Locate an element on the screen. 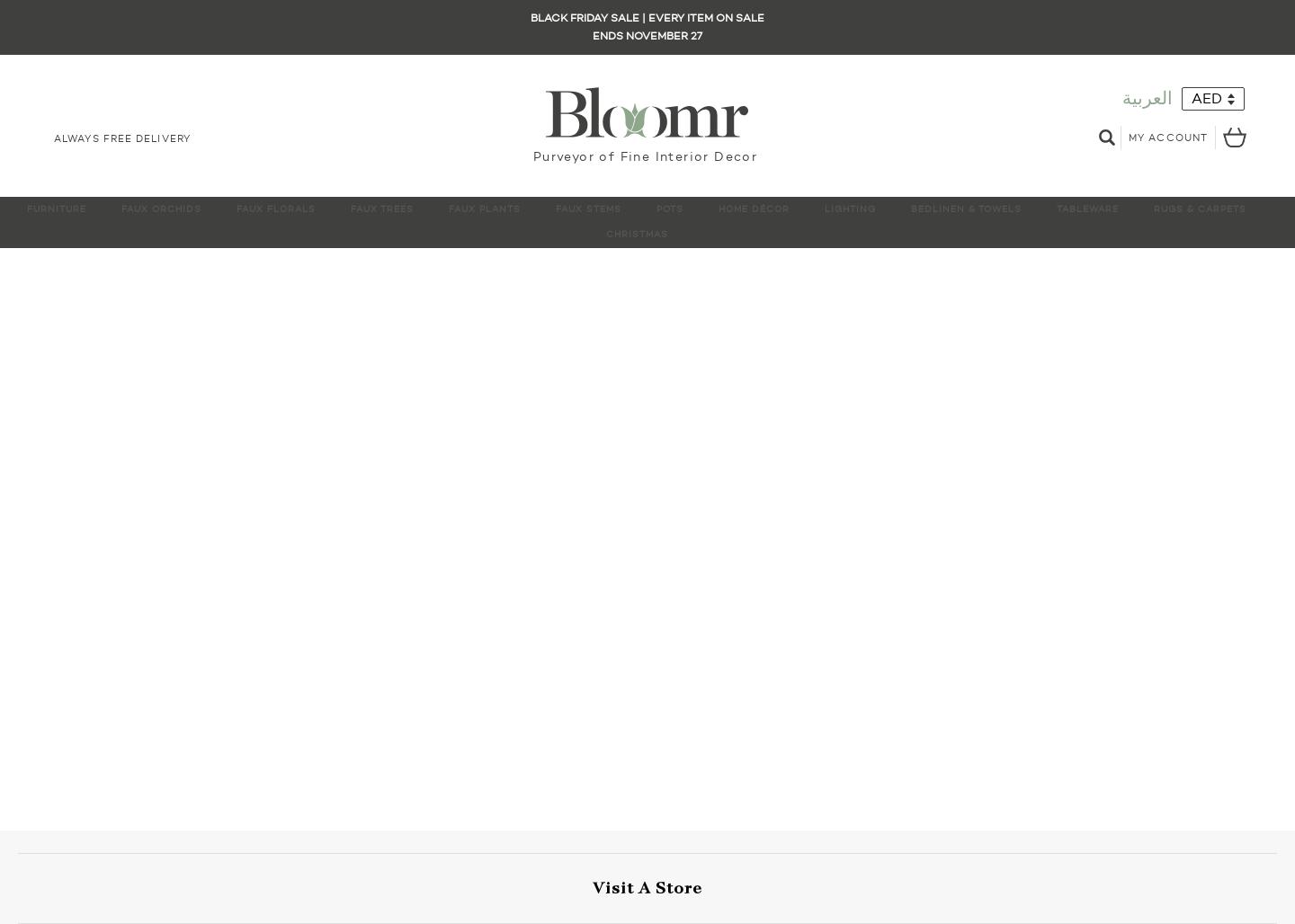 This screenshot has width=1295, height=924. 'My Account' is located at coordinates (1168, 137).